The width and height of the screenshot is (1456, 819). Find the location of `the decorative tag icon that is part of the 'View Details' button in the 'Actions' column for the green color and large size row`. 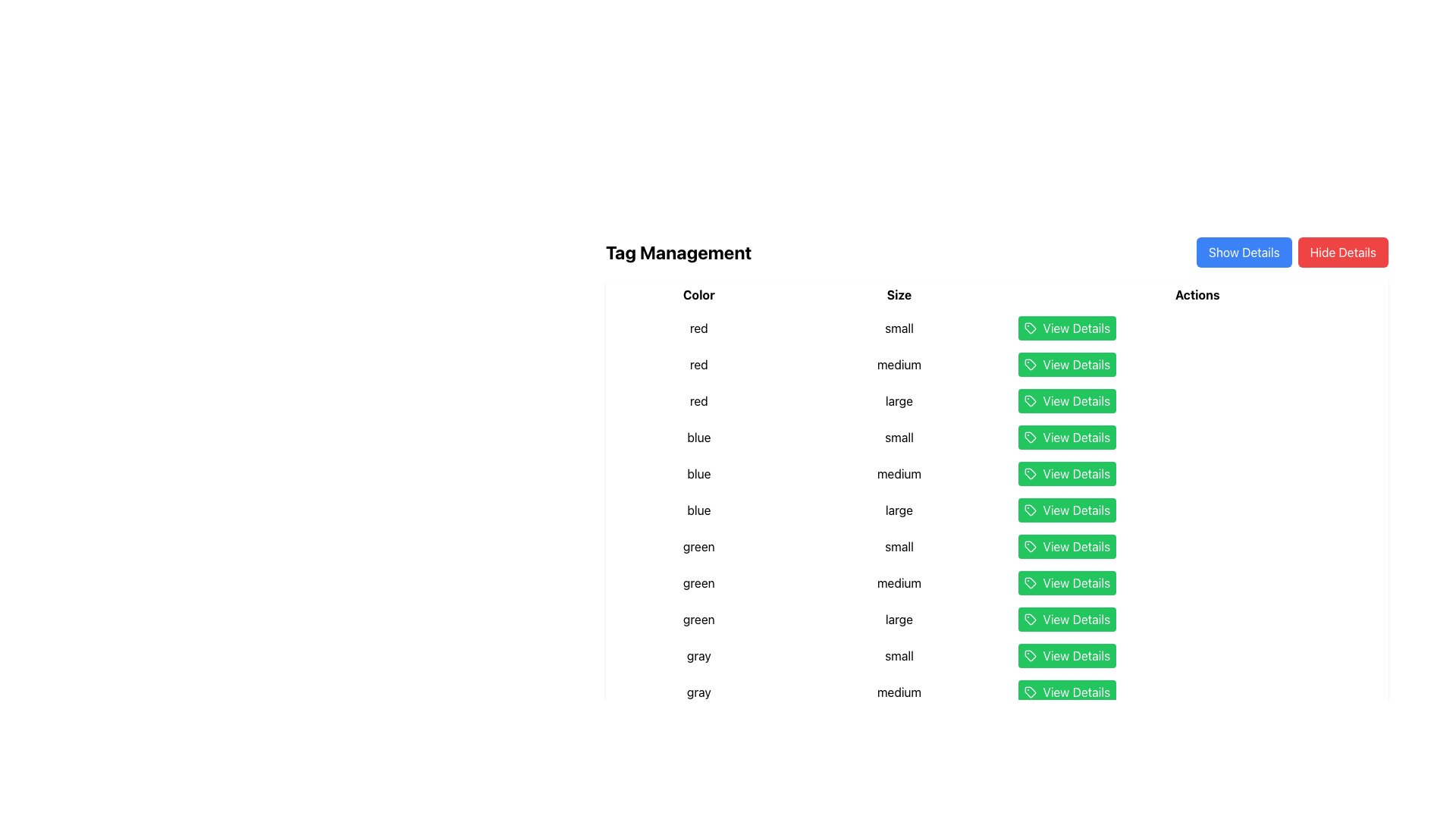

the decorative tag icon that is part of the 'View Details' button in the 'Actions' column for the green color and large size row is located at coordinates (1031, 620).